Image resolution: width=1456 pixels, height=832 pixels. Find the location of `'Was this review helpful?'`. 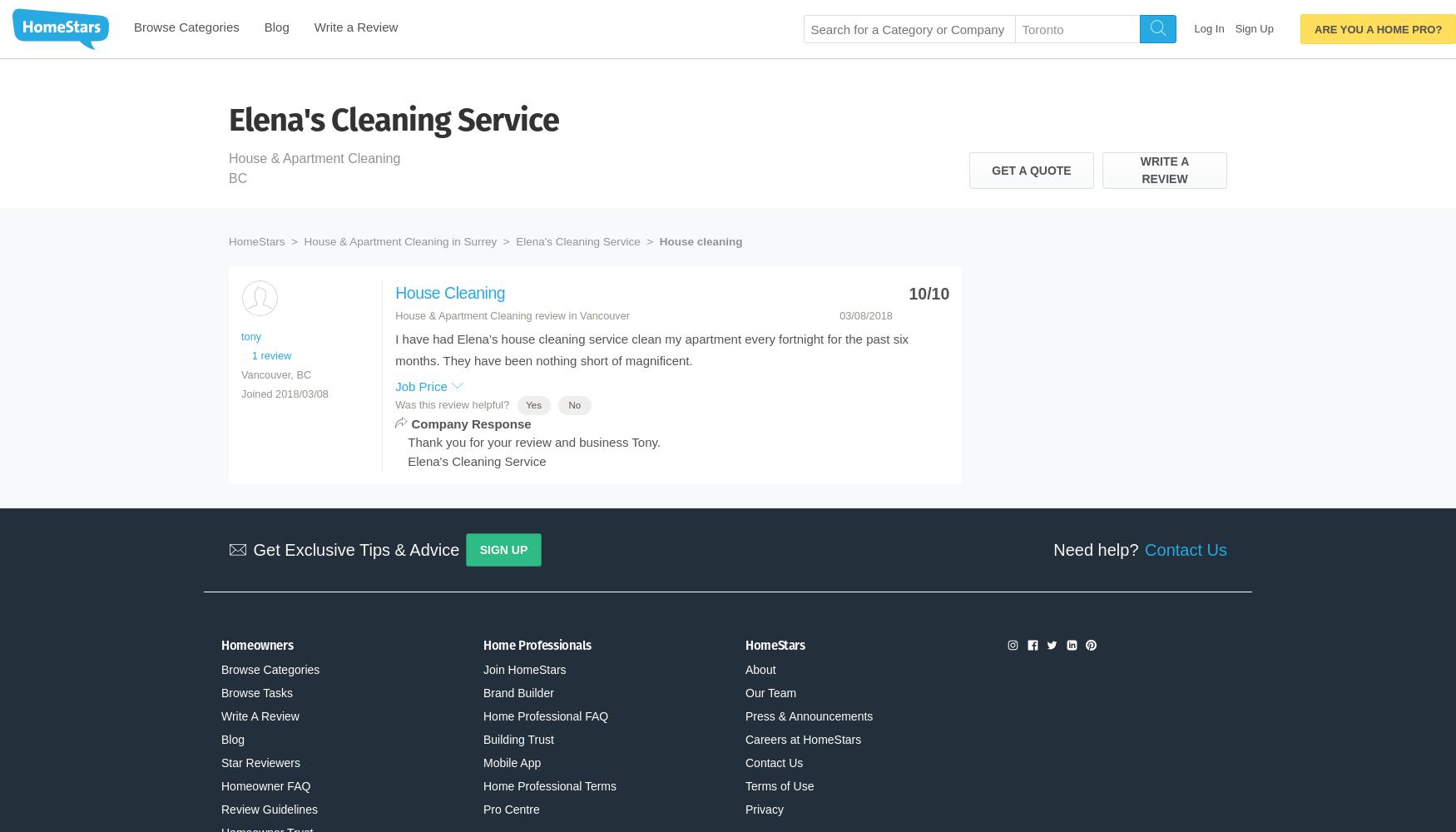

'Was this review helpful?' is located at coordinates (452, 404).